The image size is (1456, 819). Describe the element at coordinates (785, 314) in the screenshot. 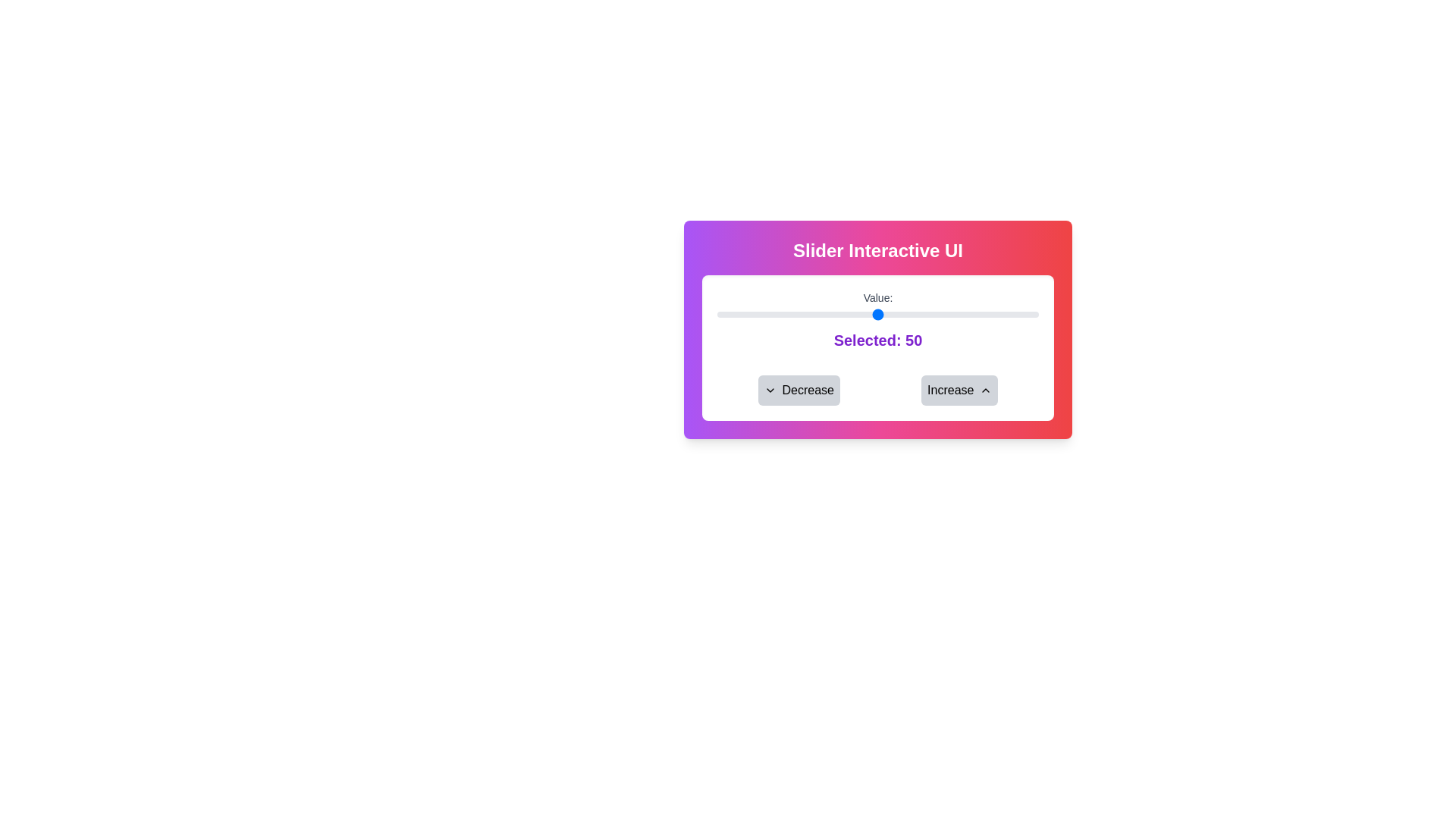

I see `slider value` at that location.